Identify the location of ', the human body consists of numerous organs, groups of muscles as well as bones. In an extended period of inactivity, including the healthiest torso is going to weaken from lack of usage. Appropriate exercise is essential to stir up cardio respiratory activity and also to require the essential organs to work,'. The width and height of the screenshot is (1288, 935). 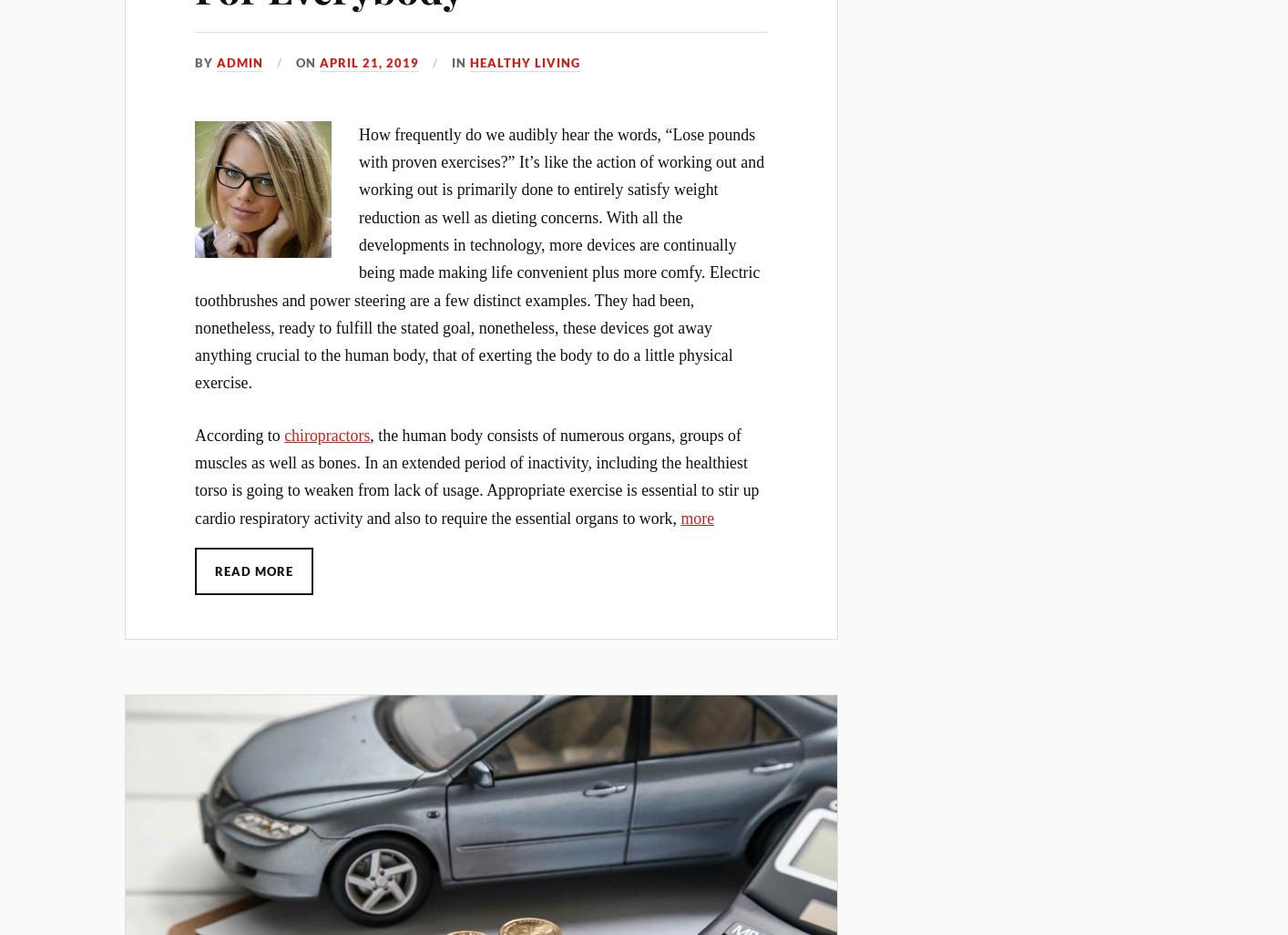
(475, 476).